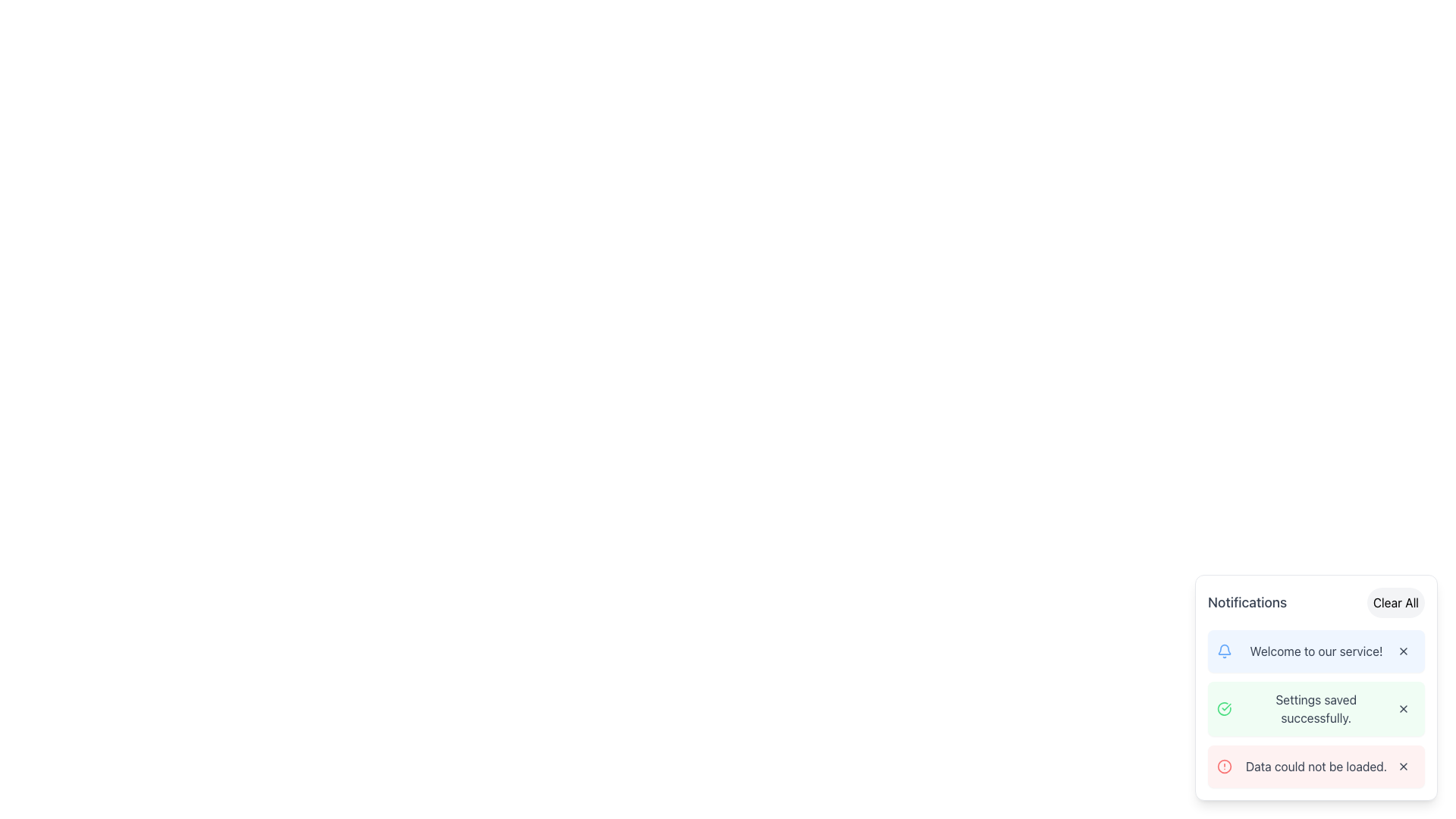 The height and width of the screenshot is (819, 1456). Describe the element at coordinates (1315, 708) in the screenshot. I see `the status message text label that indicates settings have been saved successfully, located in the Notifications sidebar` at that location.